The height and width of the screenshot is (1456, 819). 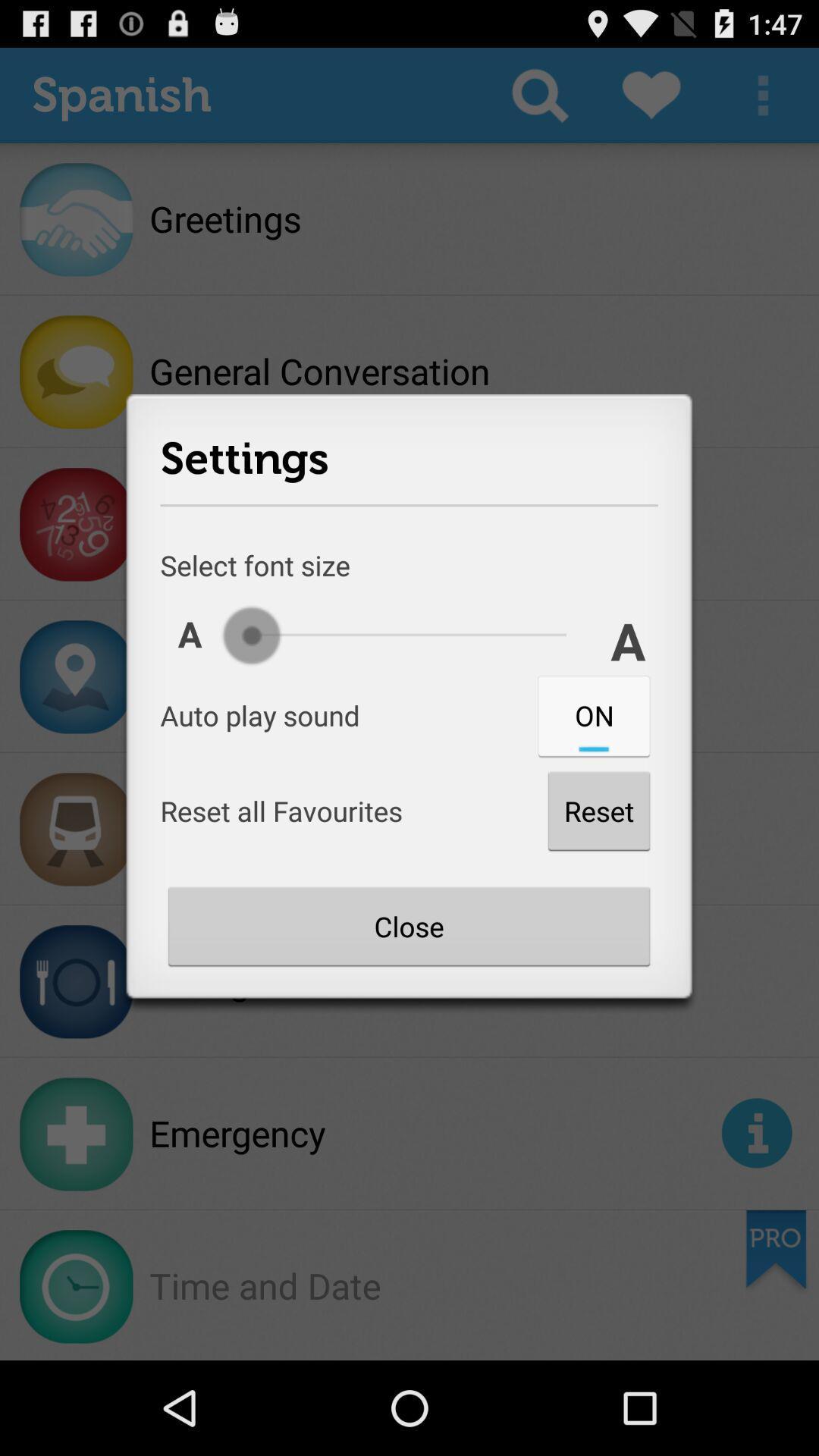 I want to click on the close button, so click(x=408, y=925).